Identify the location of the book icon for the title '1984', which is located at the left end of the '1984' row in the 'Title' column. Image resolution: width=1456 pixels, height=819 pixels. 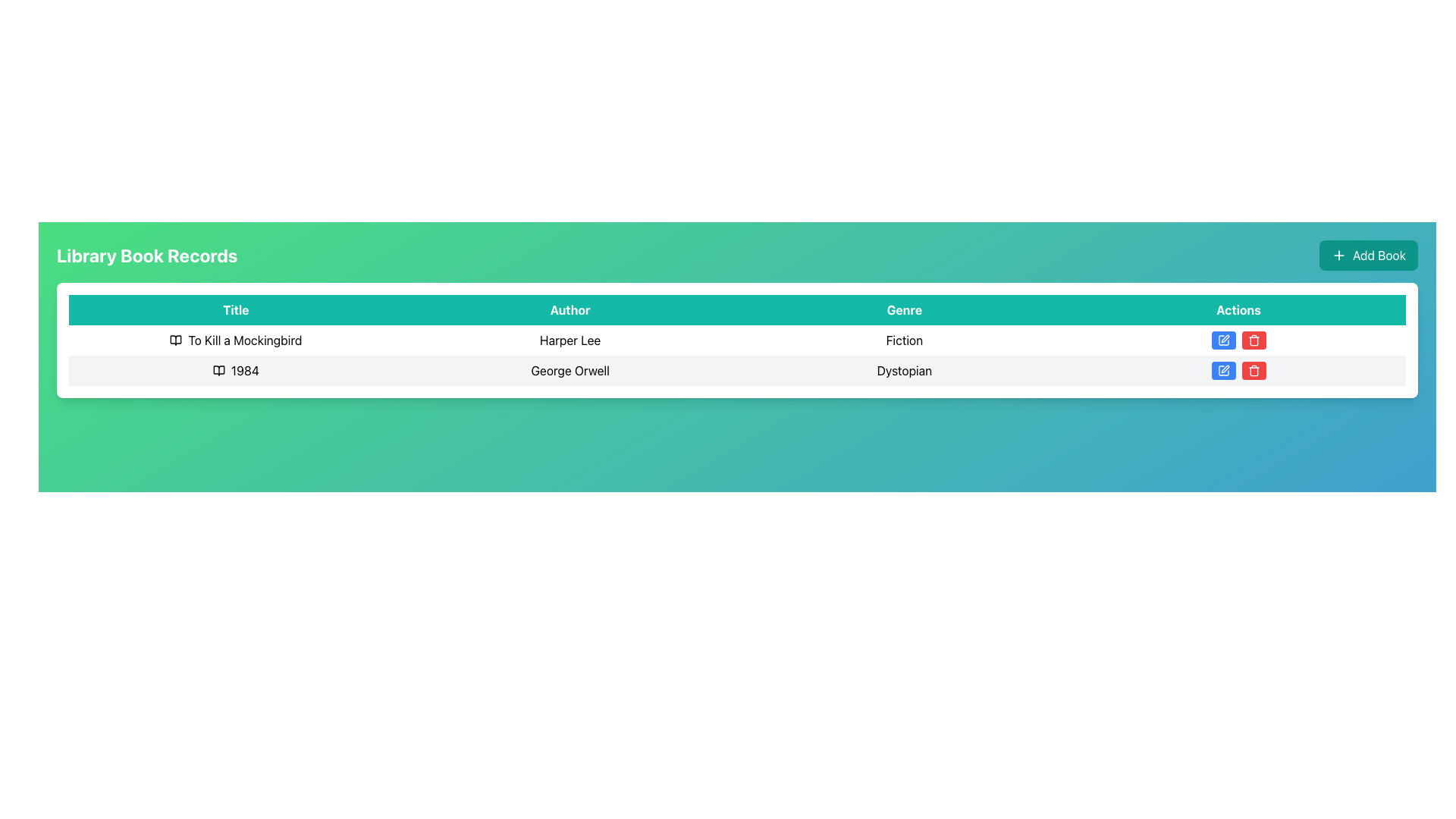
(218, 371).